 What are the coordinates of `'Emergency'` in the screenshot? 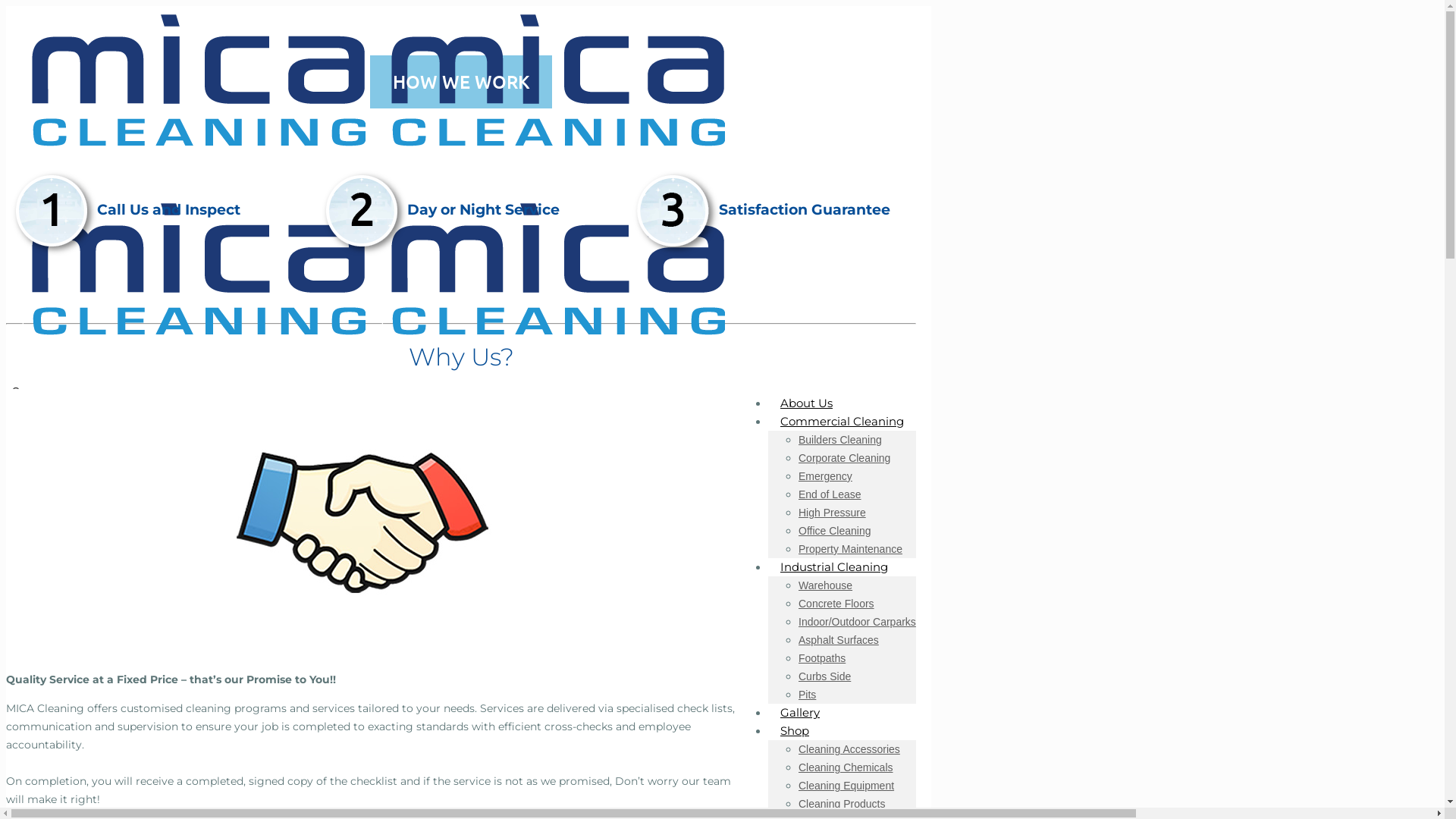 It's located at (824, 475).